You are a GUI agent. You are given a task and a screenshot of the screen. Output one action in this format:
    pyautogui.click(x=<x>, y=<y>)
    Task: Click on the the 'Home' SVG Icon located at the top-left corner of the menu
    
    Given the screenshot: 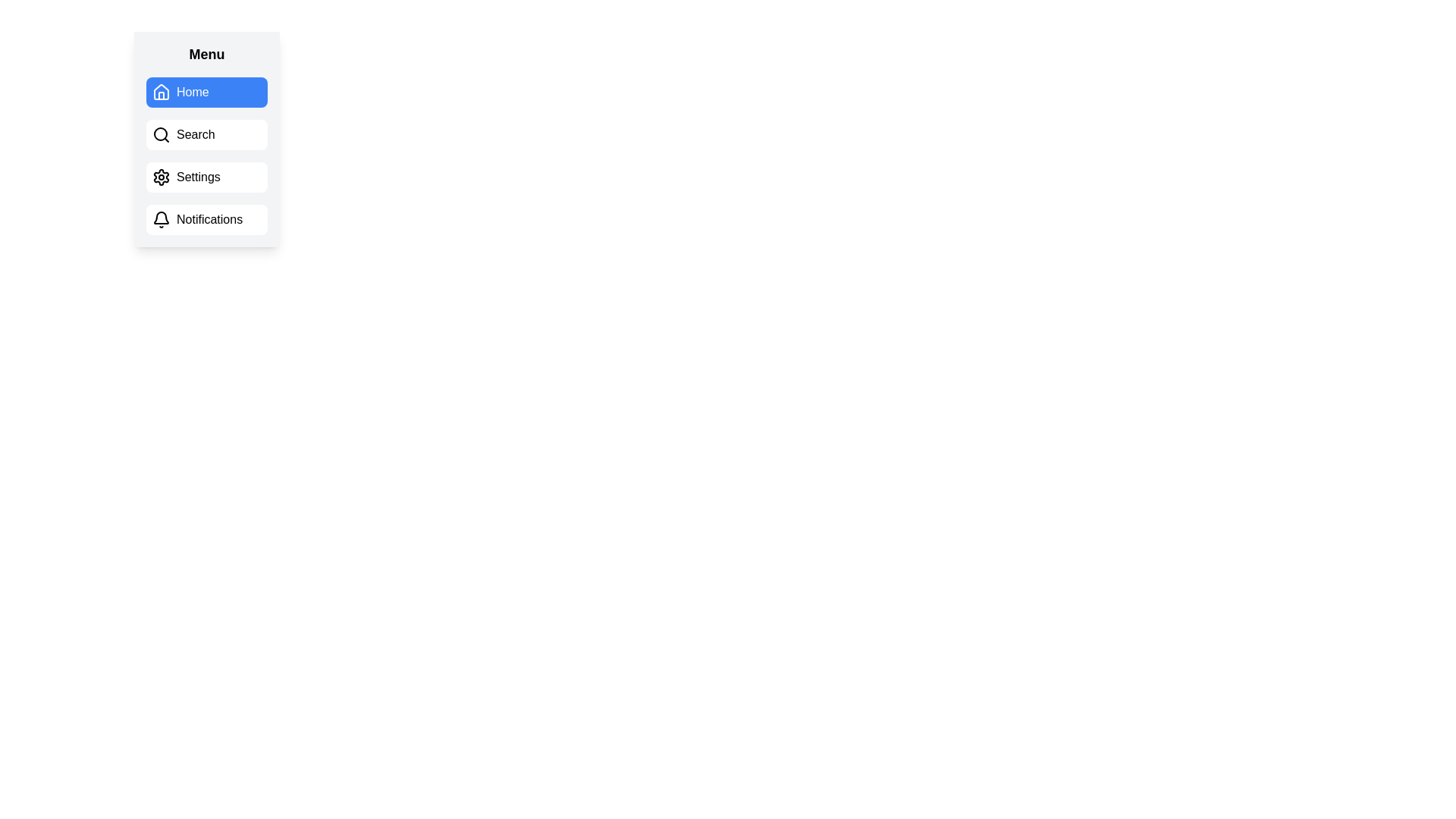 What is the action you would take?
    pyautogui.click(x=161, y=91)
    